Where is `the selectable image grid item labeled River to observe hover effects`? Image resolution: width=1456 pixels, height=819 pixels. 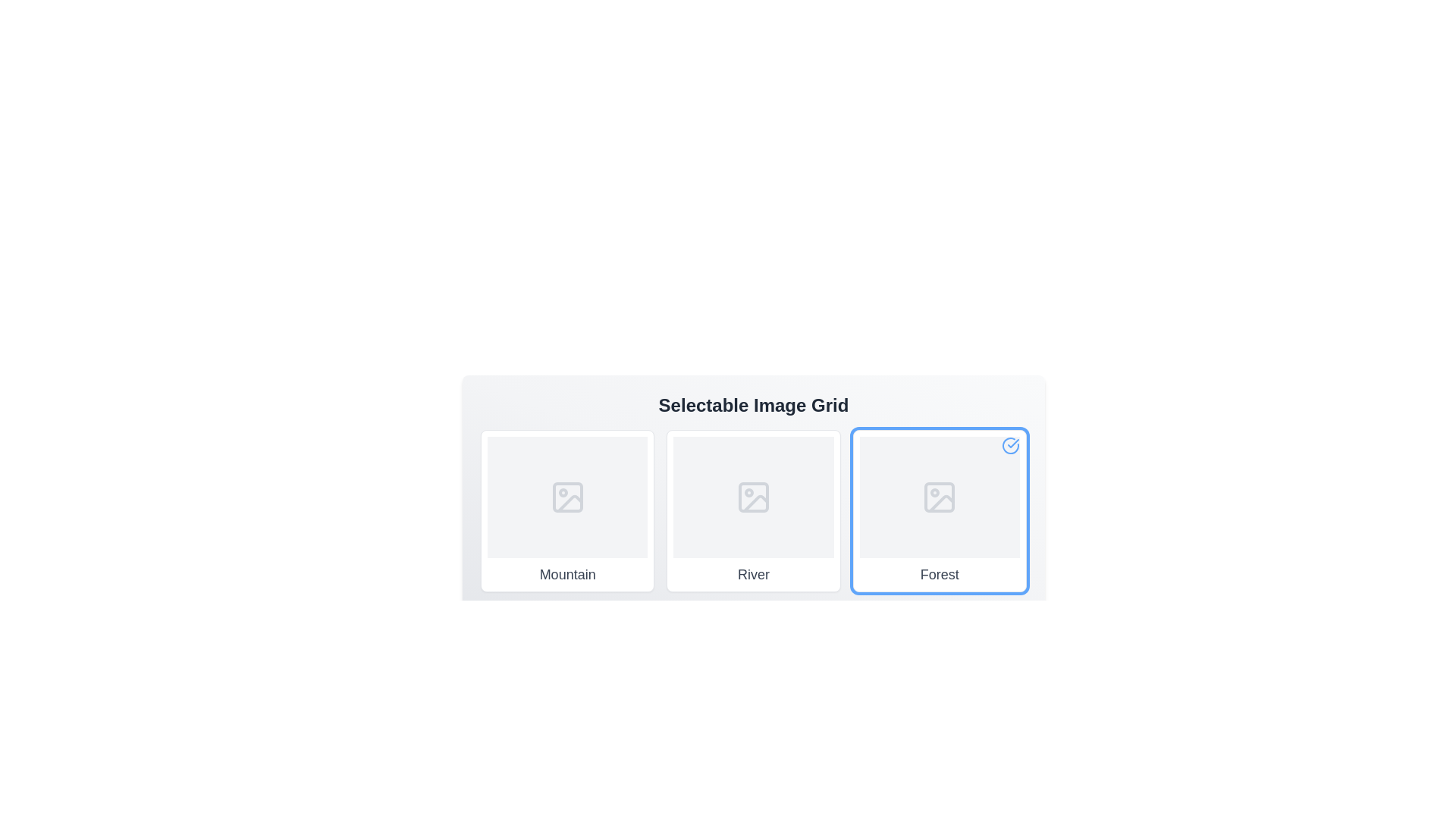
the selectable image grid item labeled River to observe hover effects is located at coordinates (753, 511).